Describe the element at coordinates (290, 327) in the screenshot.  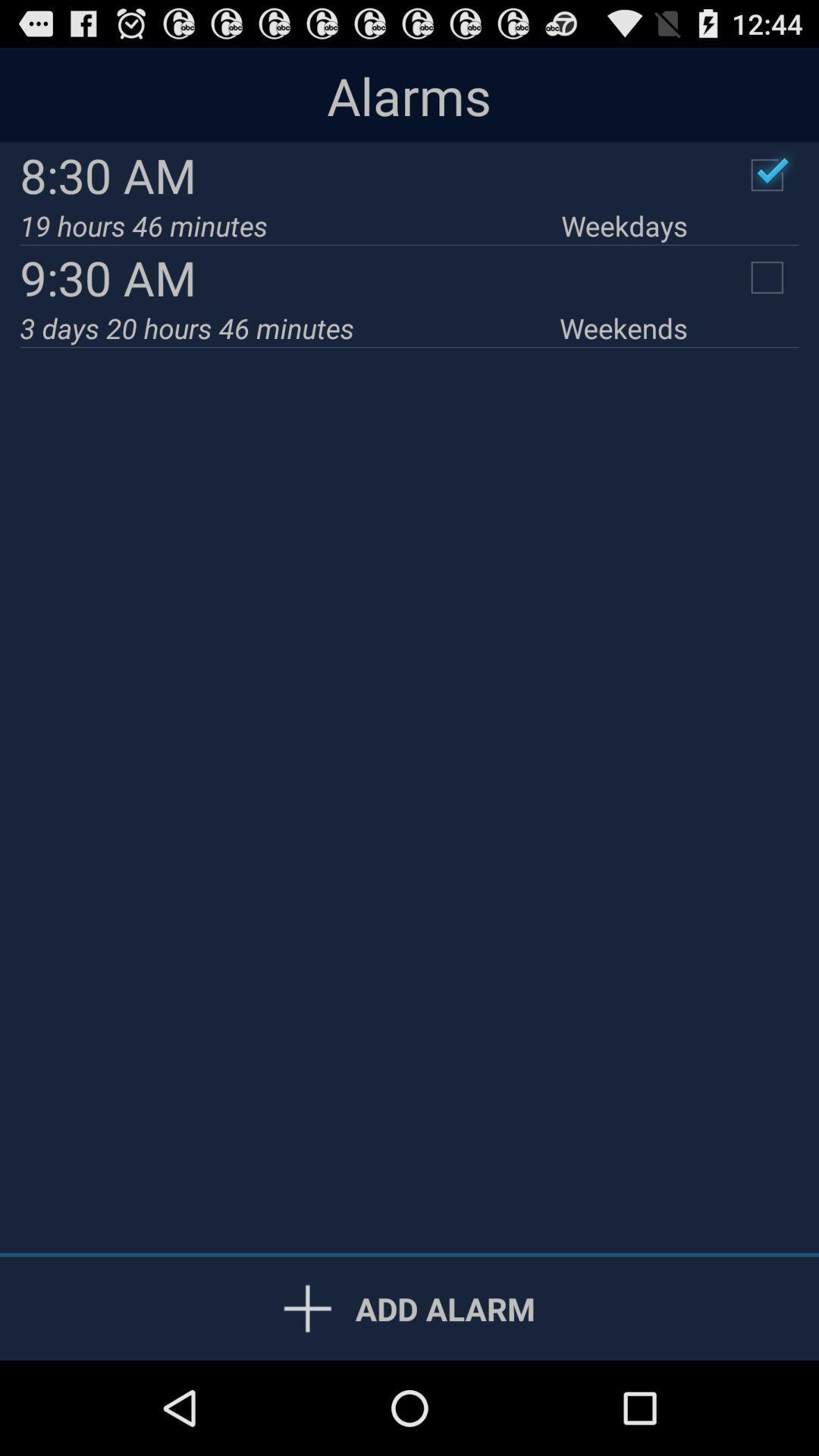
I see `the app next to weekends item` at that location.